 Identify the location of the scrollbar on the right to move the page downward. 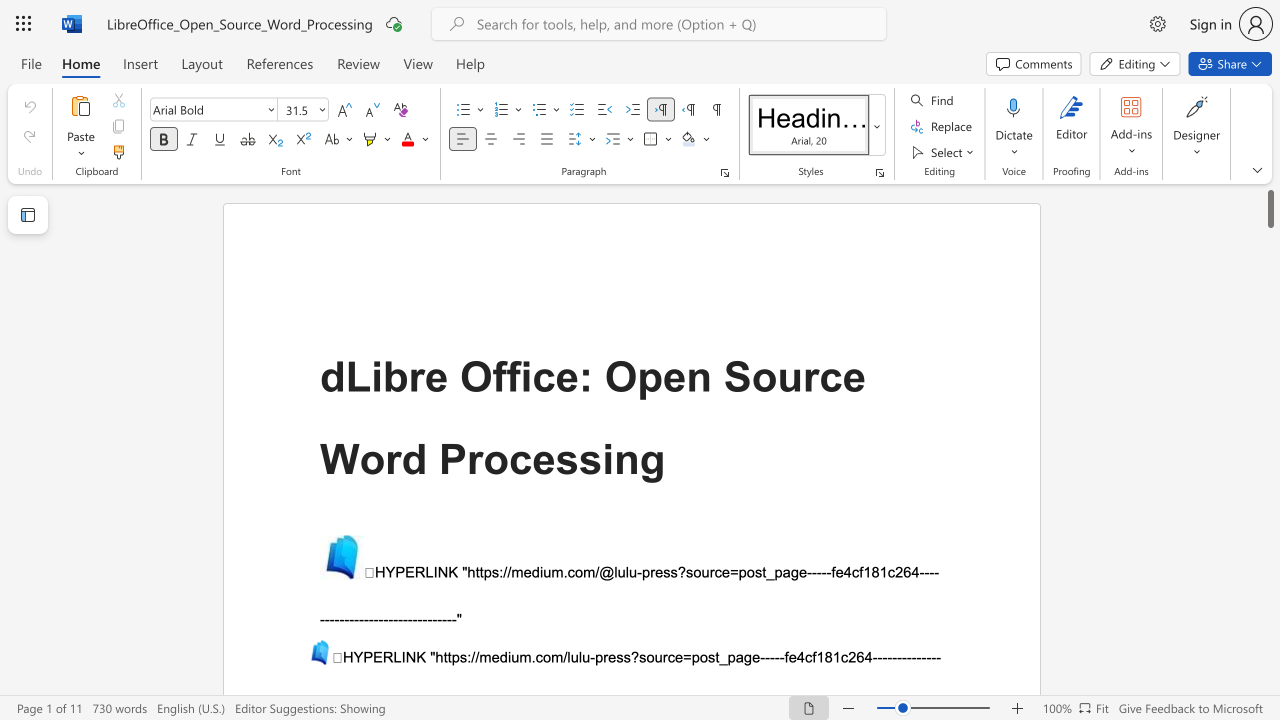
(1269, 498).